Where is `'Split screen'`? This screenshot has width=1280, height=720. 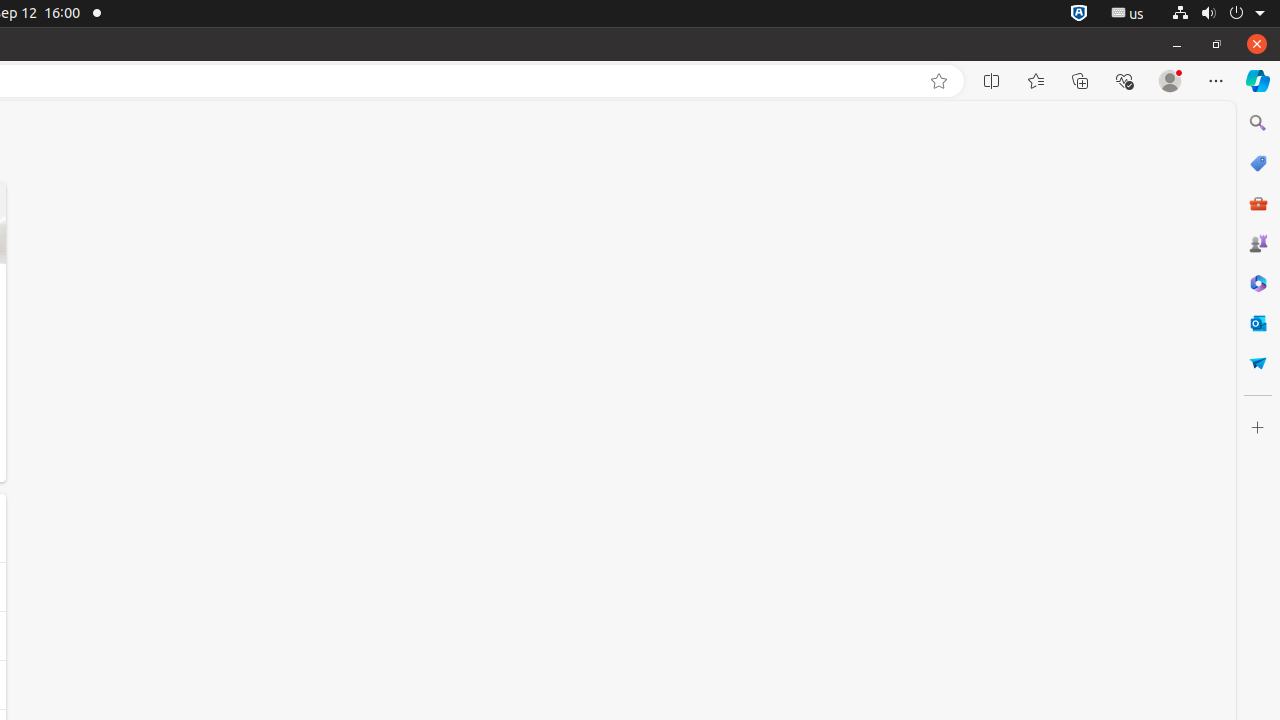
'Split screen' is located at coordinates (992, 80).